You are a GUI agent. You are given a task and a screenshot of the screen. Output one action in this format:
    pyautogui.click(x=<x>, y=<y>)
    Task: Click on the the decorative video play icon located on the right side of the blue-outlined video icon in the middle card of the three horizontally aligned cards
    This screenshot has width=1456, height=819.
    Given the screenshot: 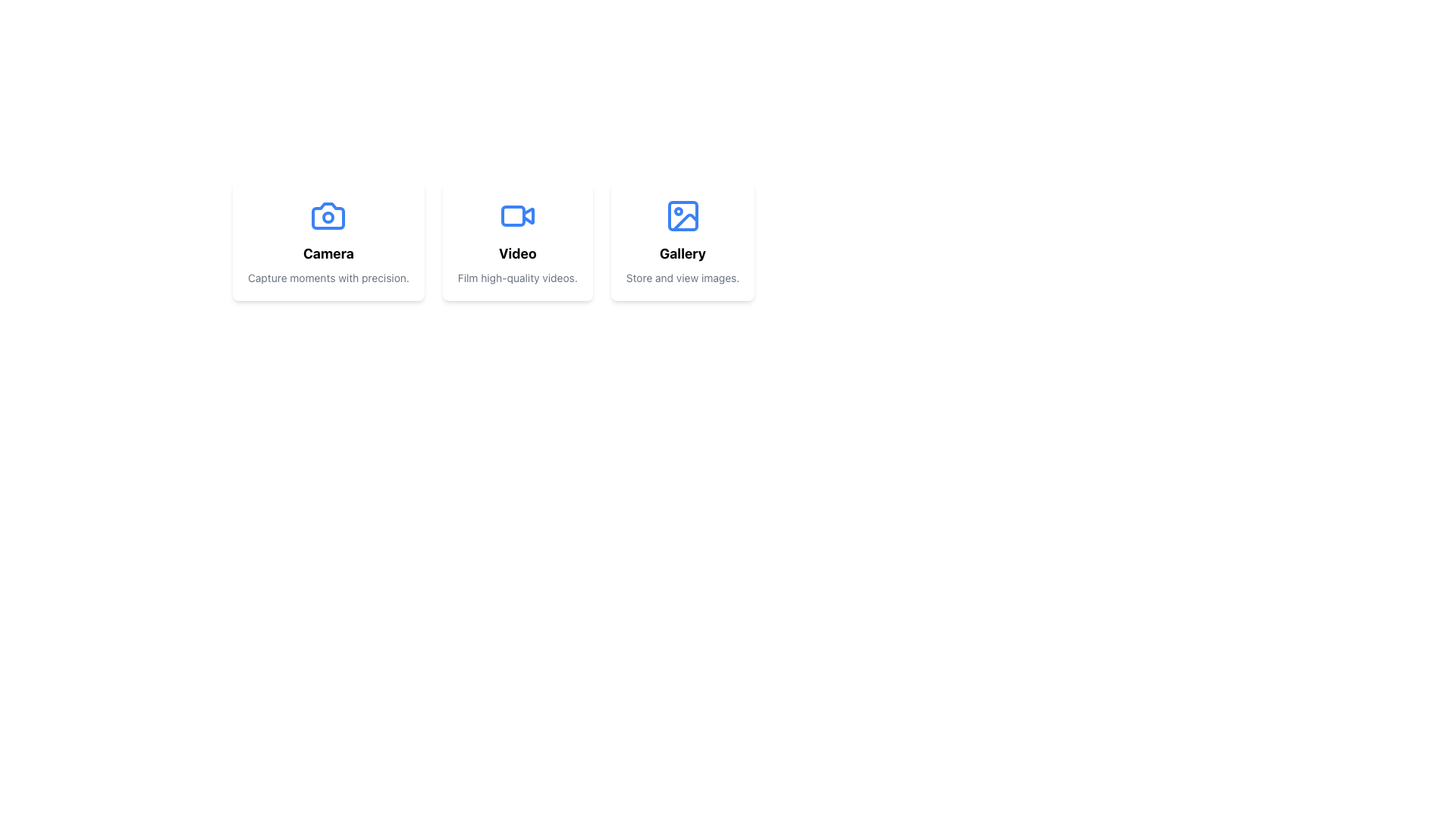 What is the action you would take?
    pyautogui.click(x=528, y=215)
    